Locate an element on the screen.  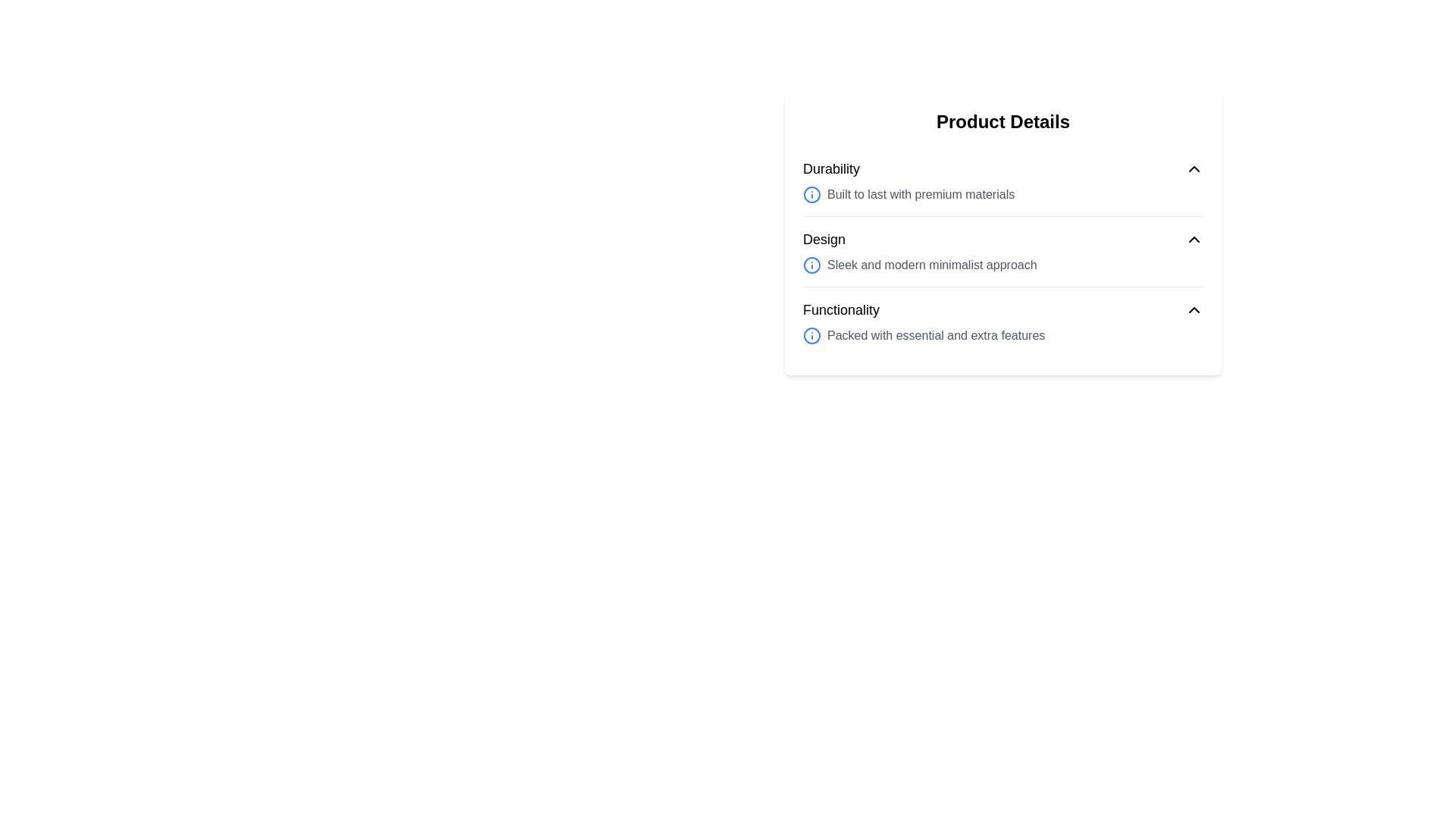
static text providing supplemental information about the durability of the product, located under the 'Durability' heading is located at coordinates (1003, 194).